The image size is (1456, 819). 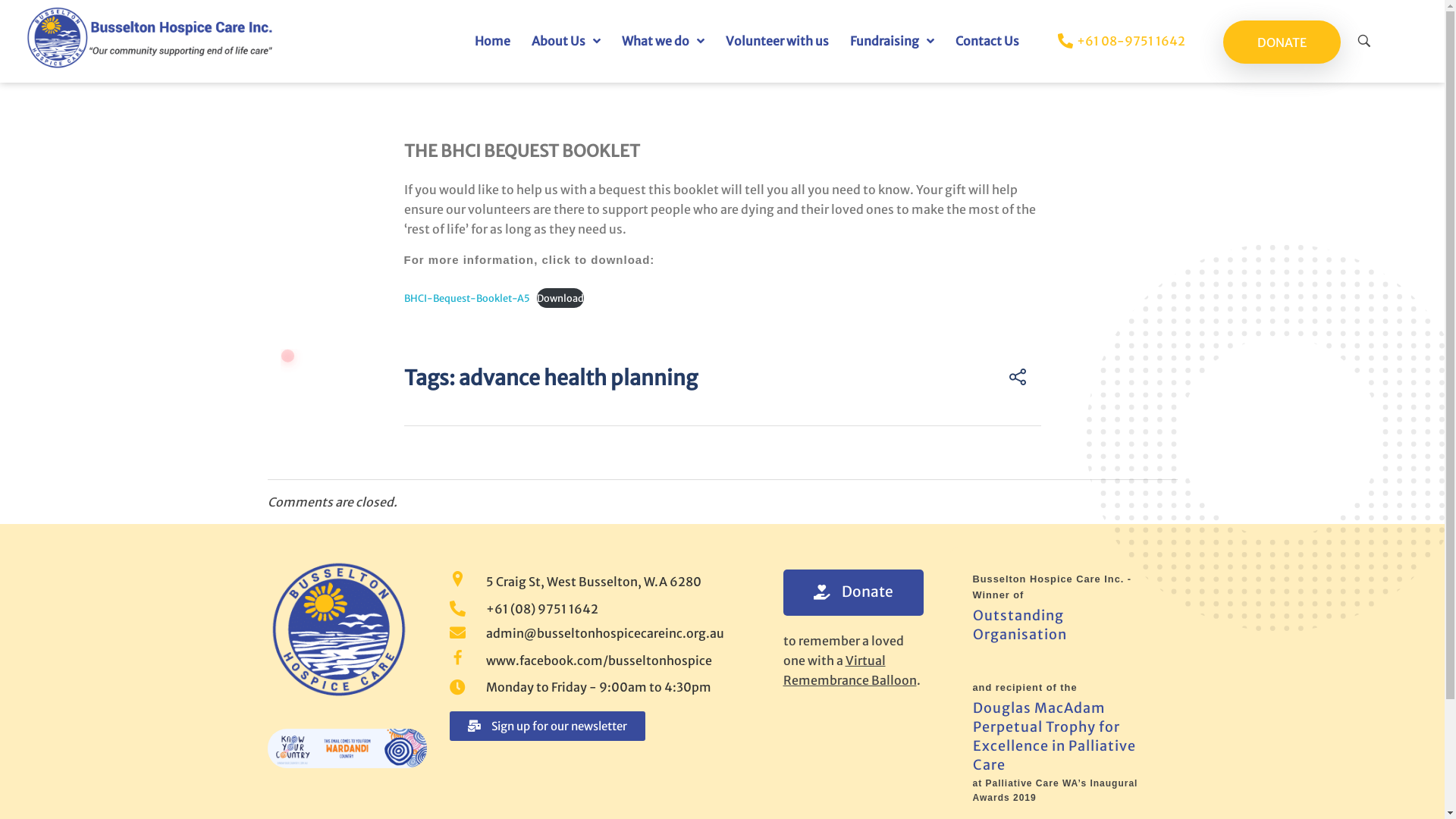 I want to click on 'Download', so click(x=537, y=298).